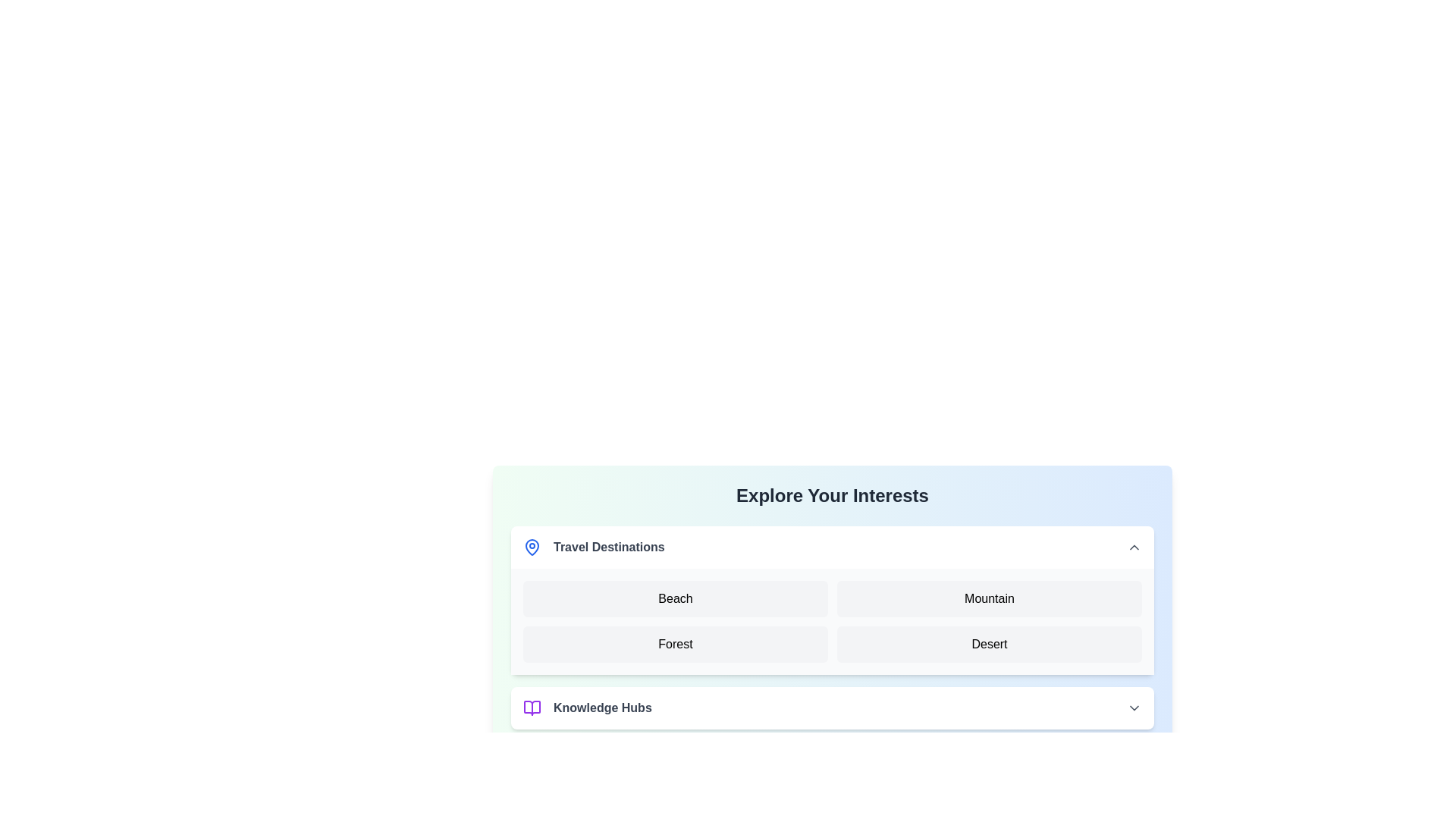 The width and height of the screenshot is (1456, 819). I want to click on the Chevron toggle icon located at the far right of the 'Travel Destinations' section header, so click(1134, 547).